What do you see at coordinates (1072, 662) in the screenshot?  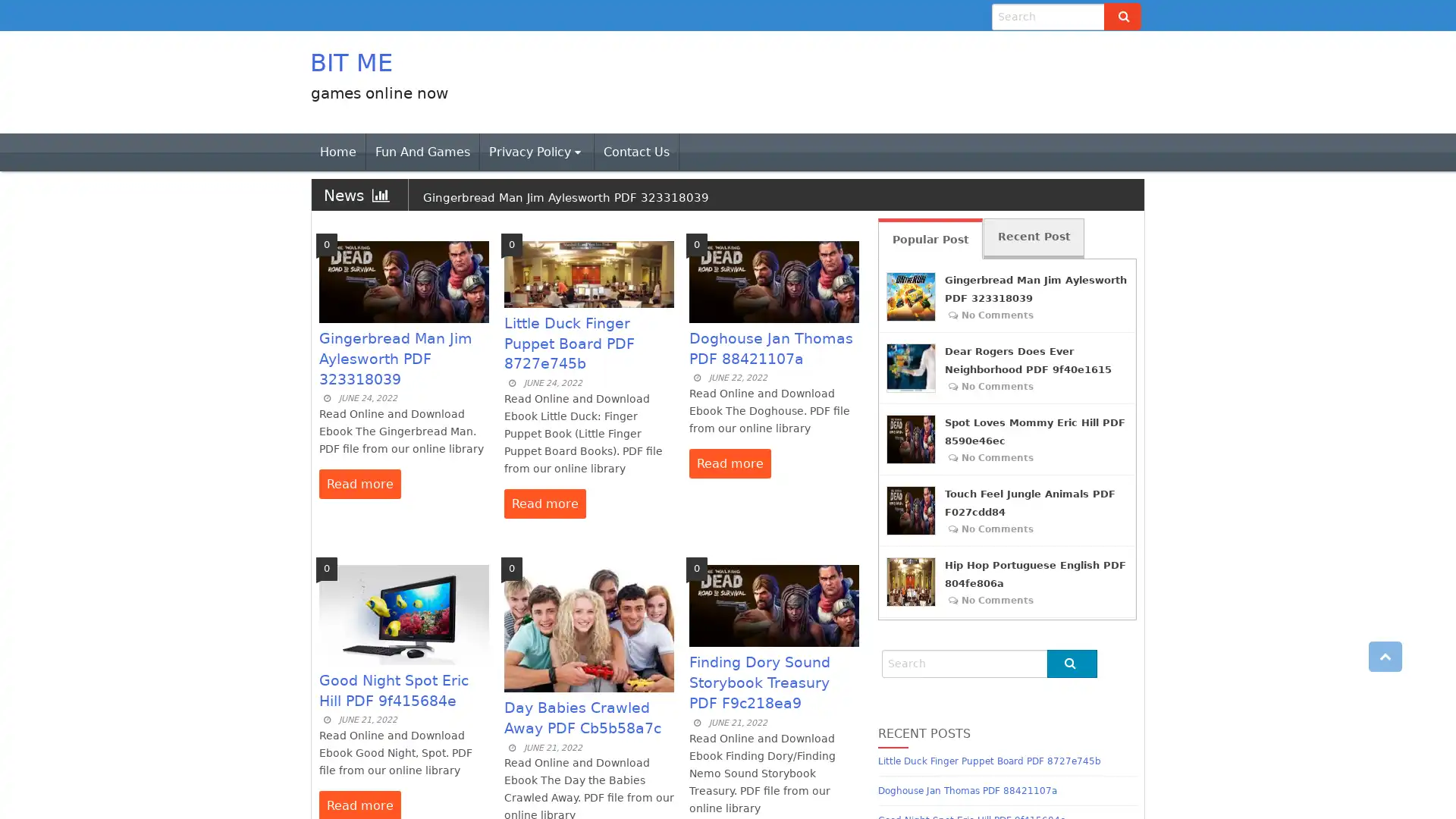 I see `Go` at bounding box center [1072, 662].